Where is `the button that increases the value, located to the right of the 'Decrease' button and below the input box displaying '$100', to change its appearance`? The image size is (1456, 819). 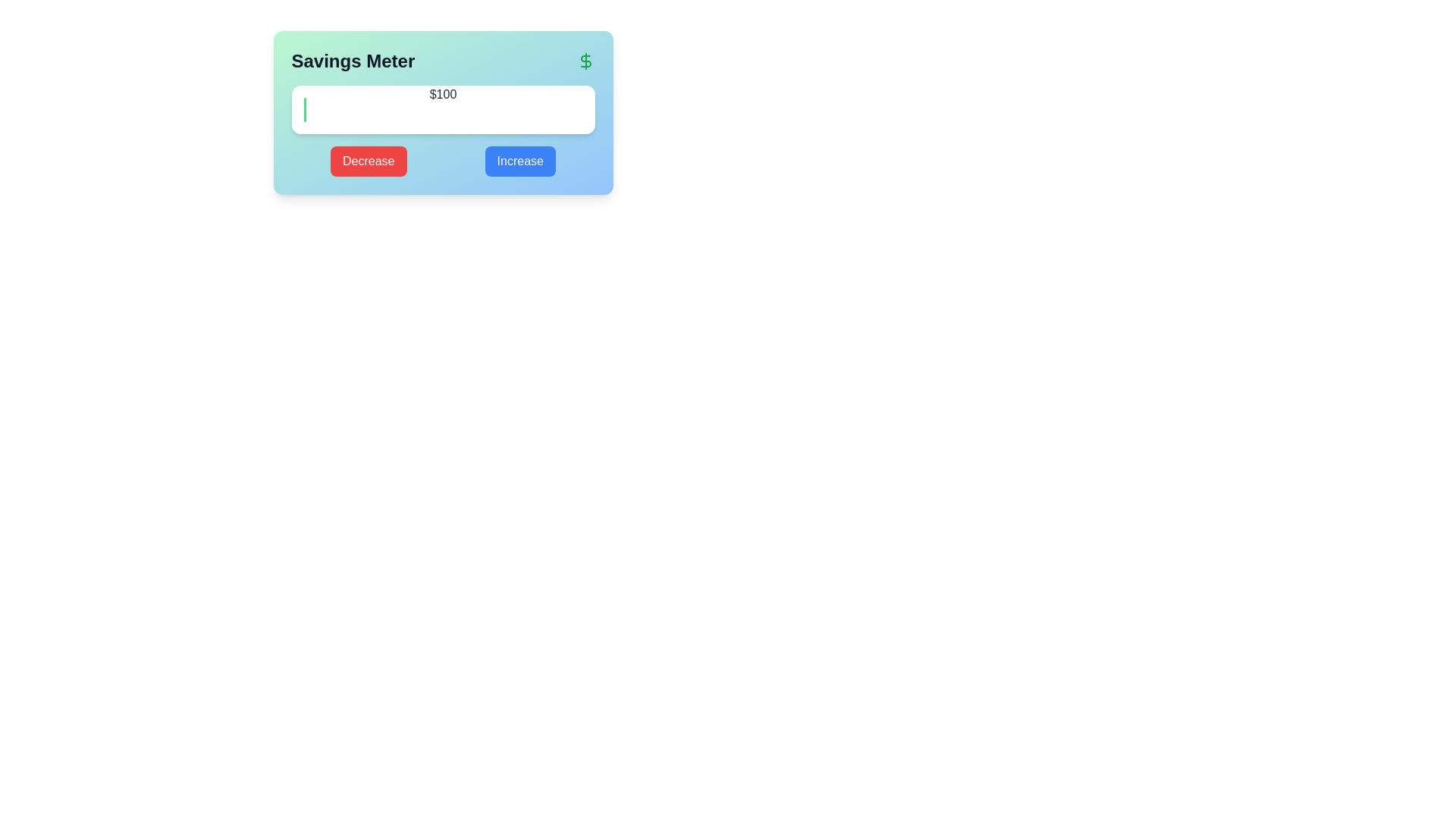
the button that increases the value, located to the right of the 'Decrease' button and below the input box displaying '$100', to change its appearance is located at coordinates (520, 161).